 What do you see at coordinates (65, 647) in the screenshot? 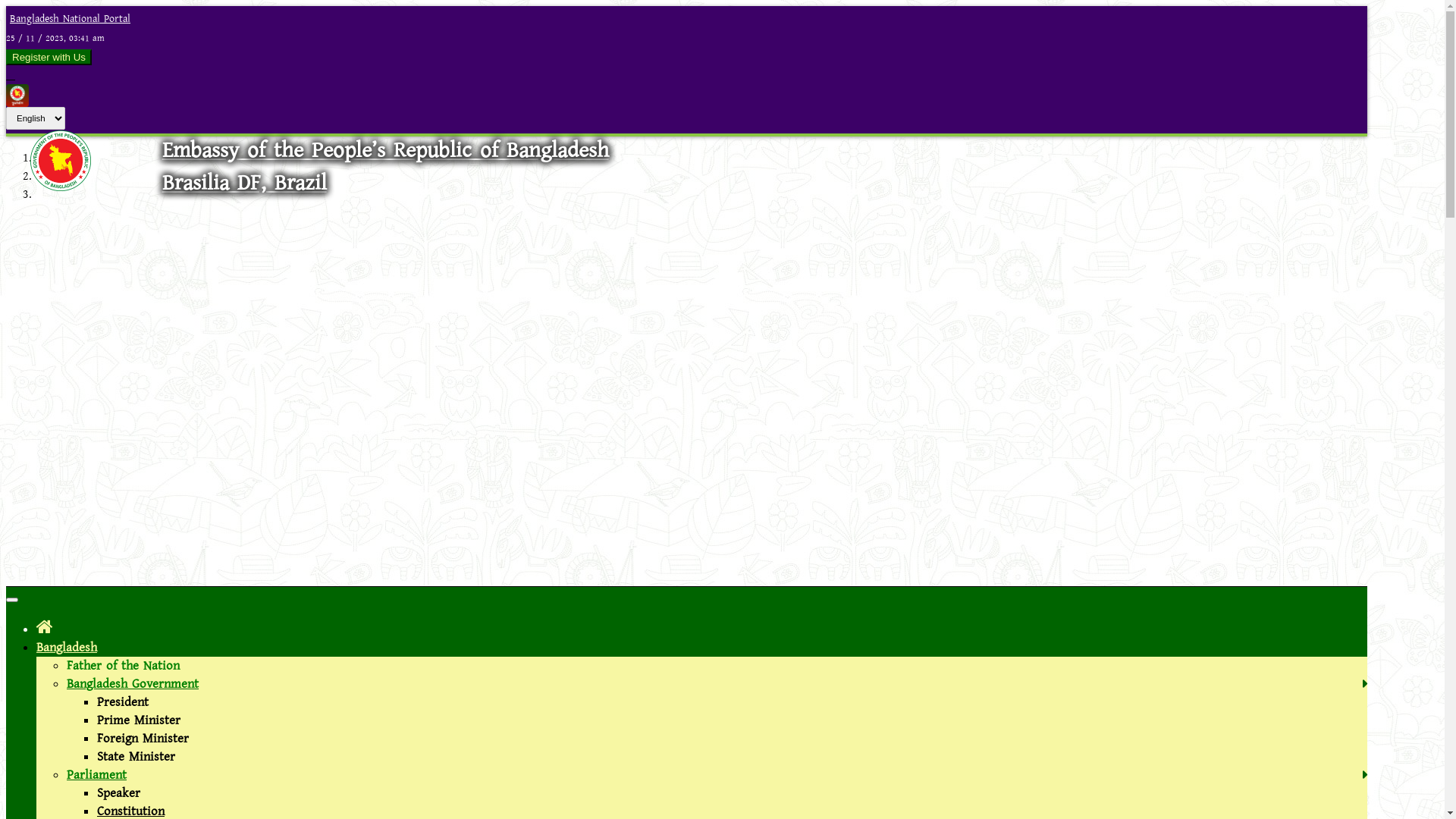
I see `'Bangladesh'` at bounding box center [65, 647].